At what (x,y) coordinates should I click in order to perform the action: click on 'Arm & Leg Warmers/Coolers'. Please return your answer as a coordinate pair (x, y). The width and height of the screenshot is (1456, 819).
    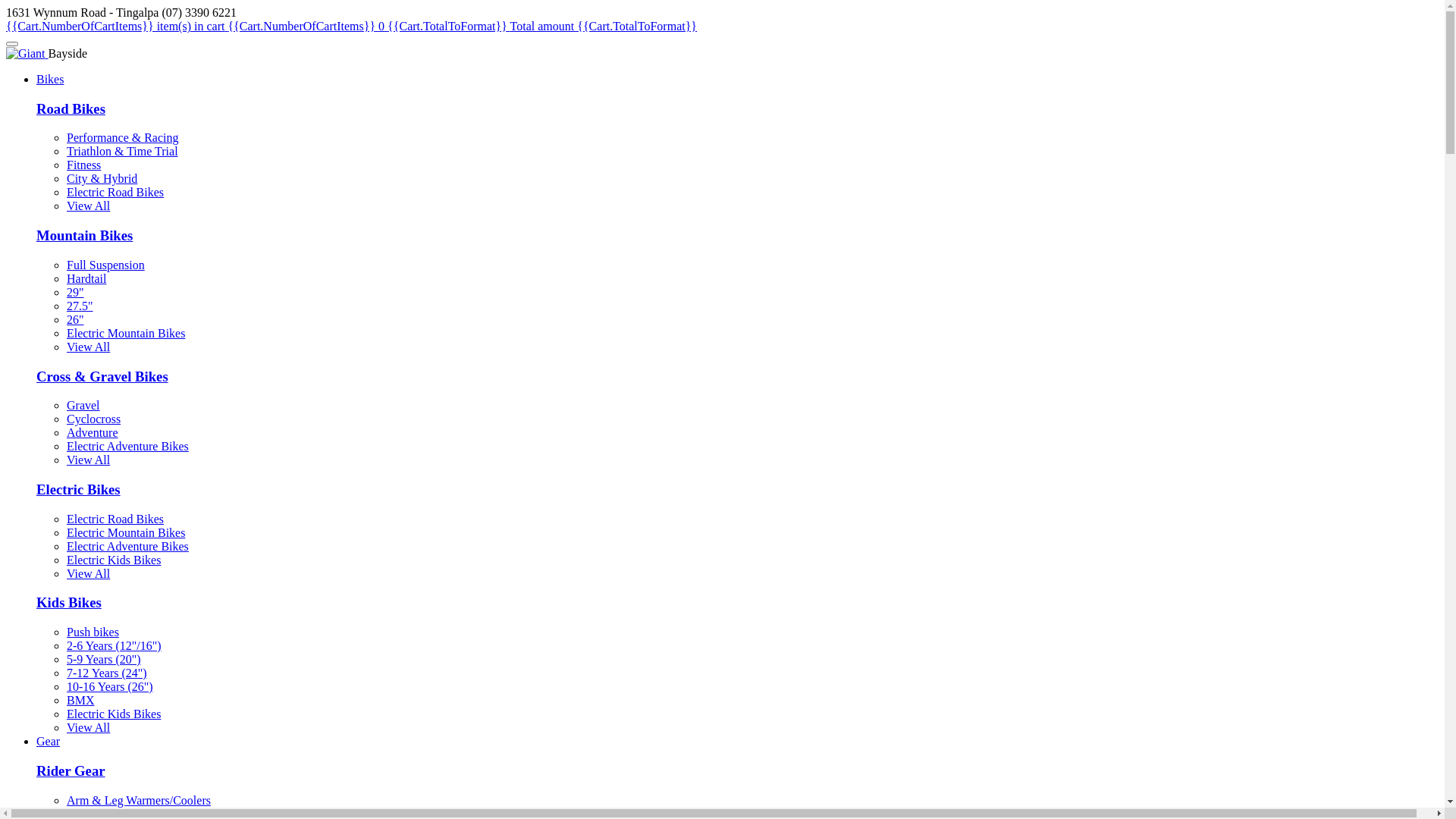
    Looking at the image, I should click on (65, 799).